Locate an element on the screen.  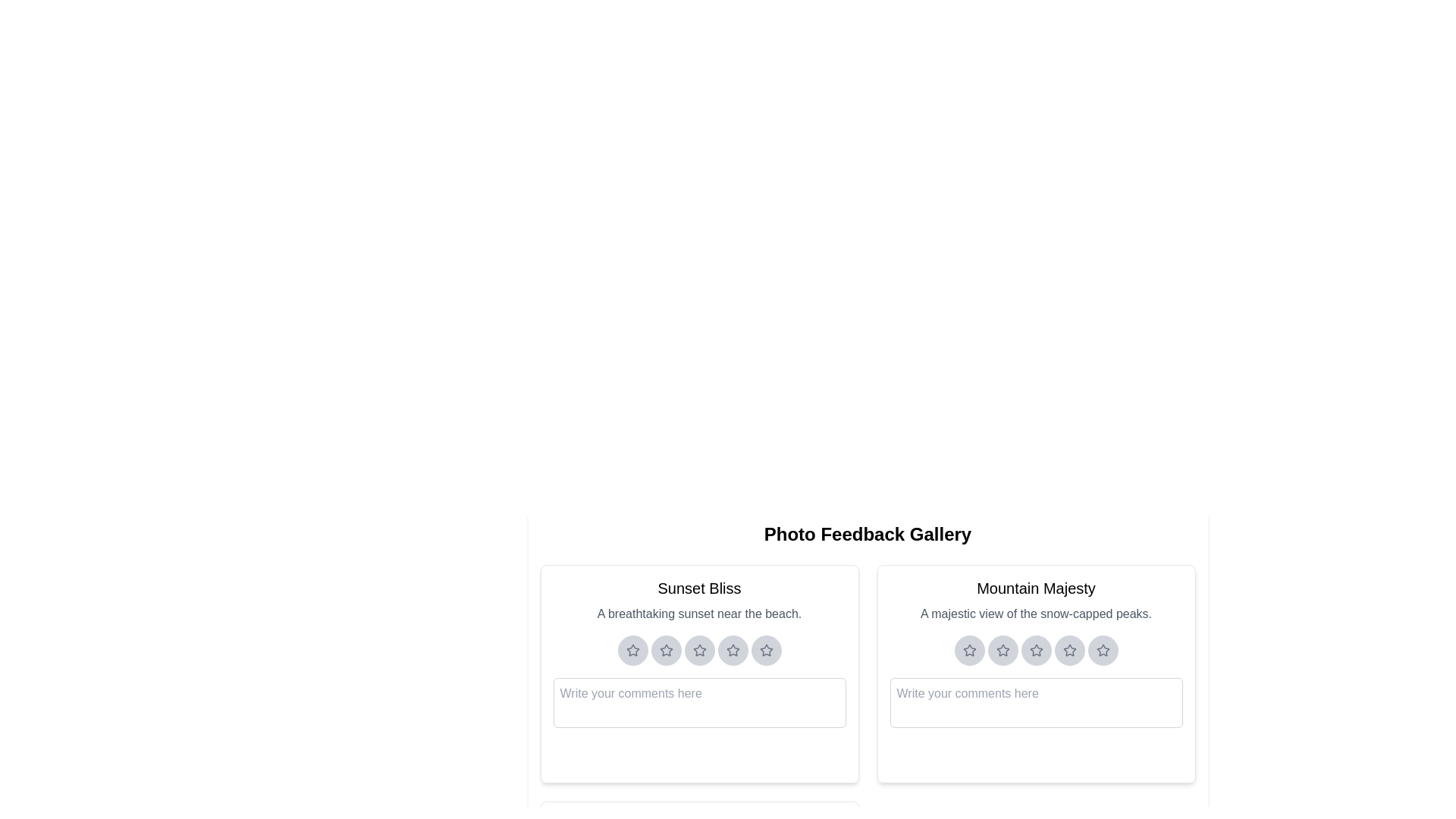
the second star-shaped rating icon with a gray outline in the 5-star rating group for the item 'Sunset Bliss' to assign a rating is located at coordinates (666, 649).